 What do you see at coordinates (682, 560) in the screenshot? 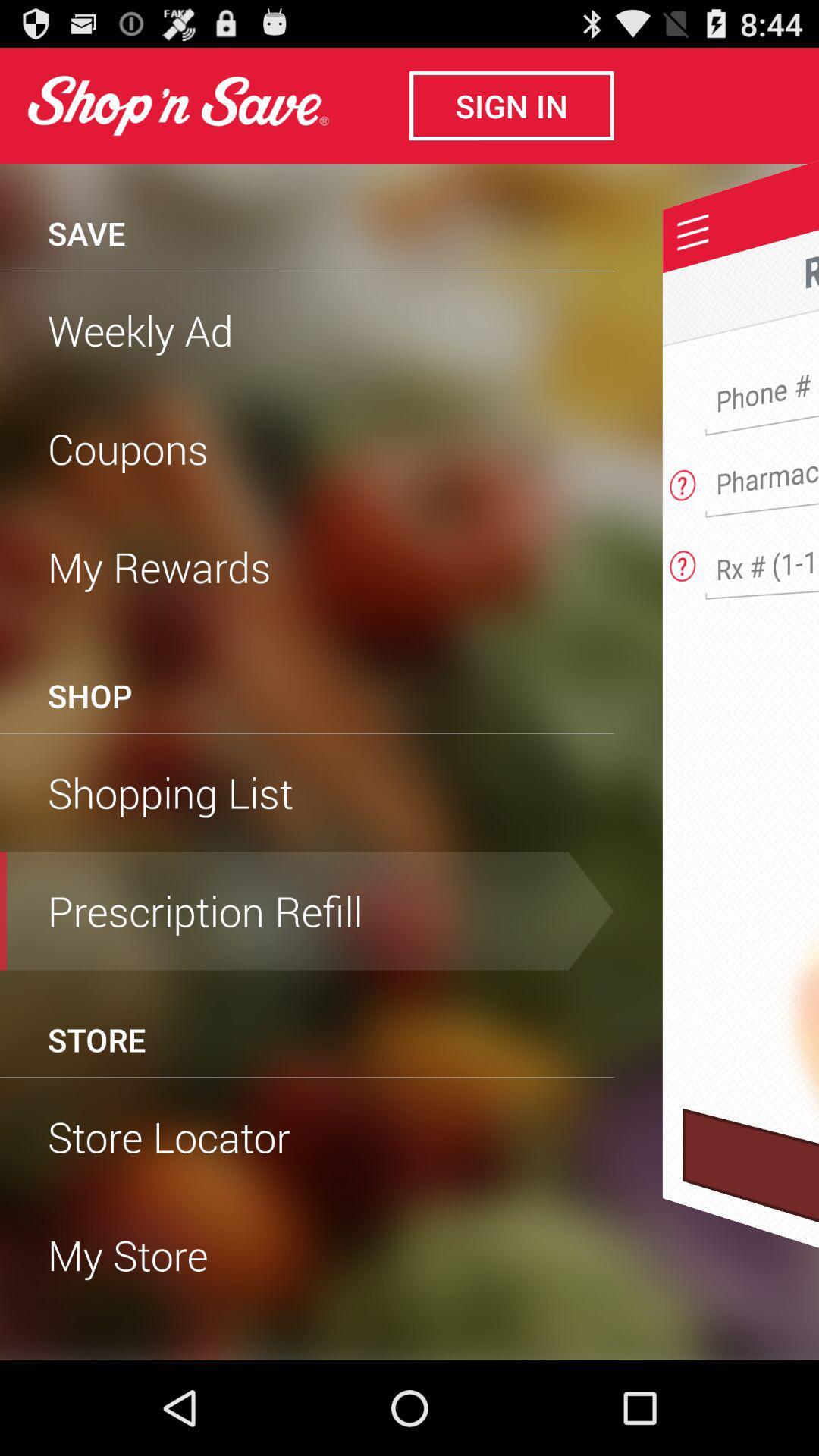
I see `info about prescription` at bounding box center [682, 560].